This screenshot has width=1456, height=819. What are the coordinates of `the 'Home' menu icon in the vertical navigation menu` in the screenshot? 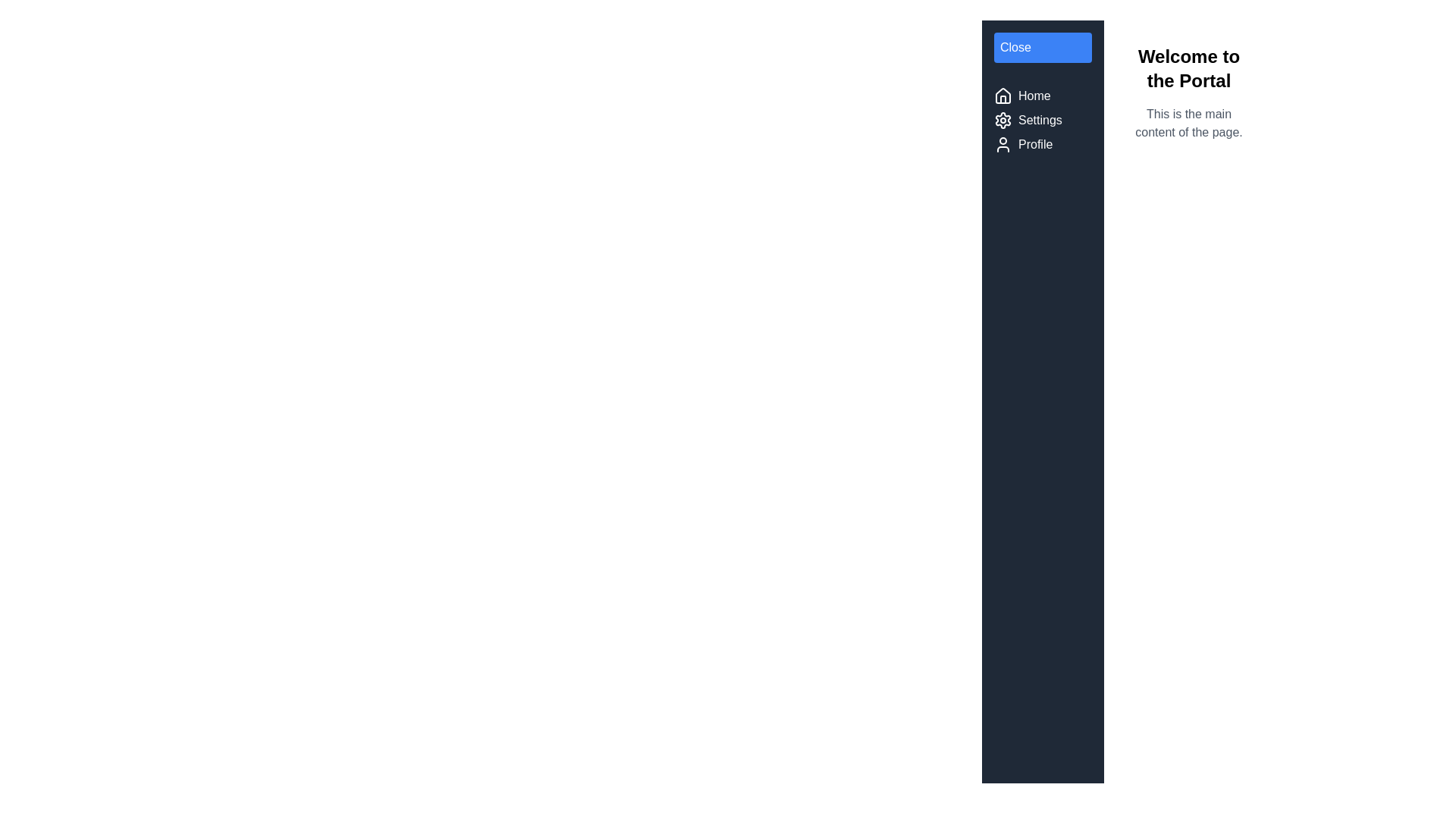 It's located at (1003, 96).